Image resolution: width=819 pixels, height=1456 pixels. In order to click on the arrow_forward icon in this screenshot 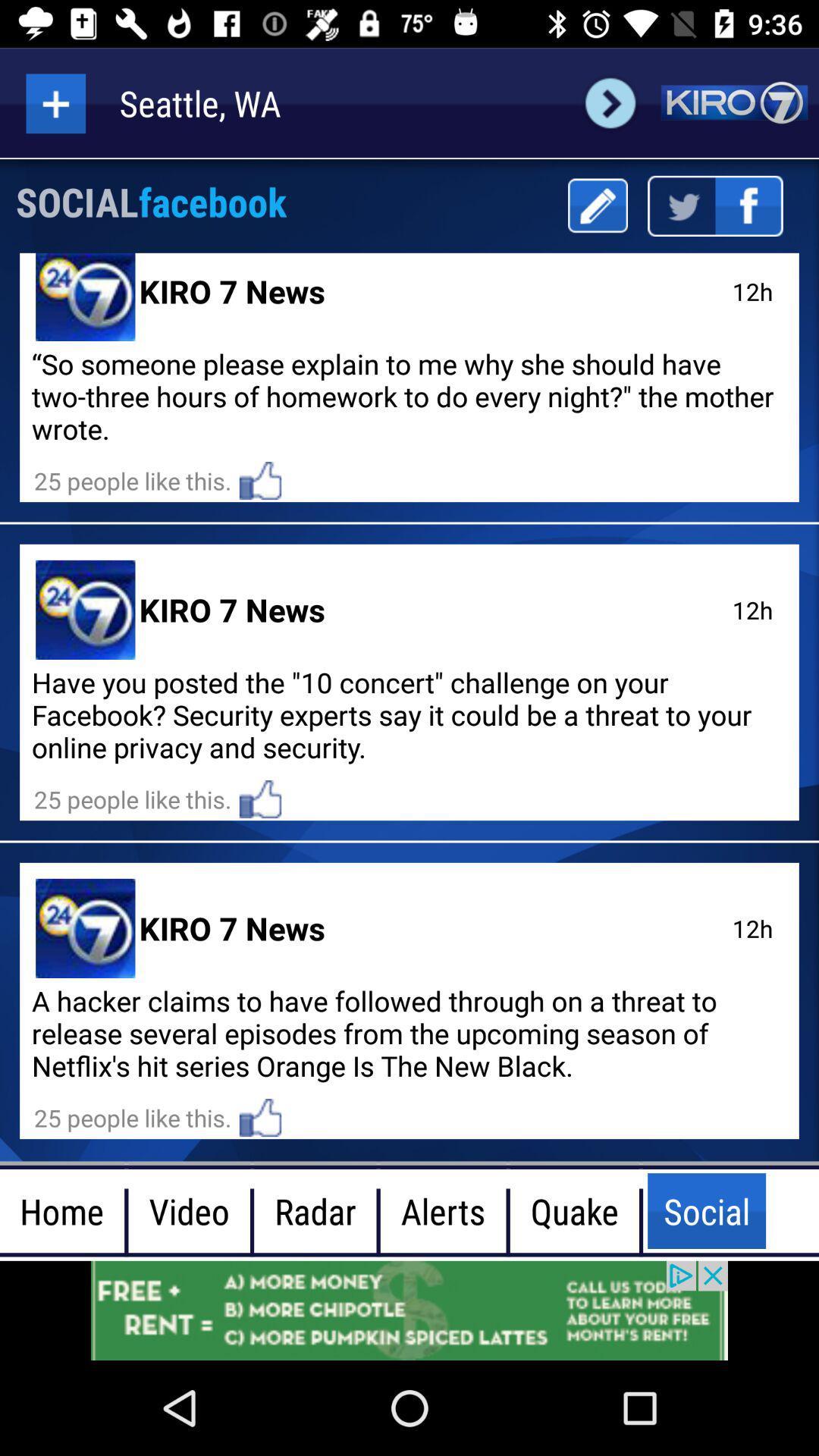, I will do `click(610, 102)`.